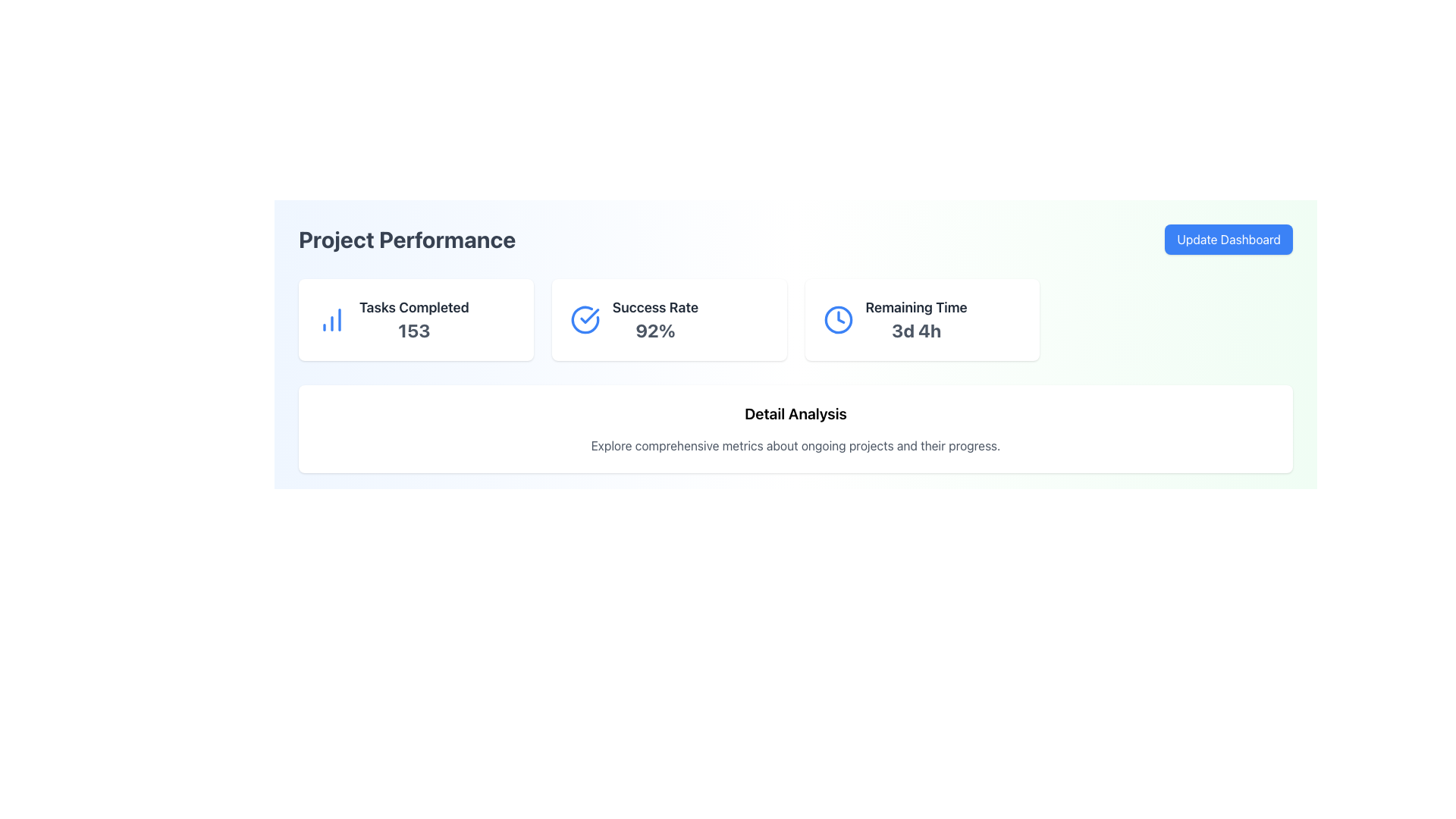  Describe the element at coordinates (837, 318) in the screenshot. I see `the decorative circle element within the SVG clock icon located in the 'Remaining Time' section of the interface` at that location.